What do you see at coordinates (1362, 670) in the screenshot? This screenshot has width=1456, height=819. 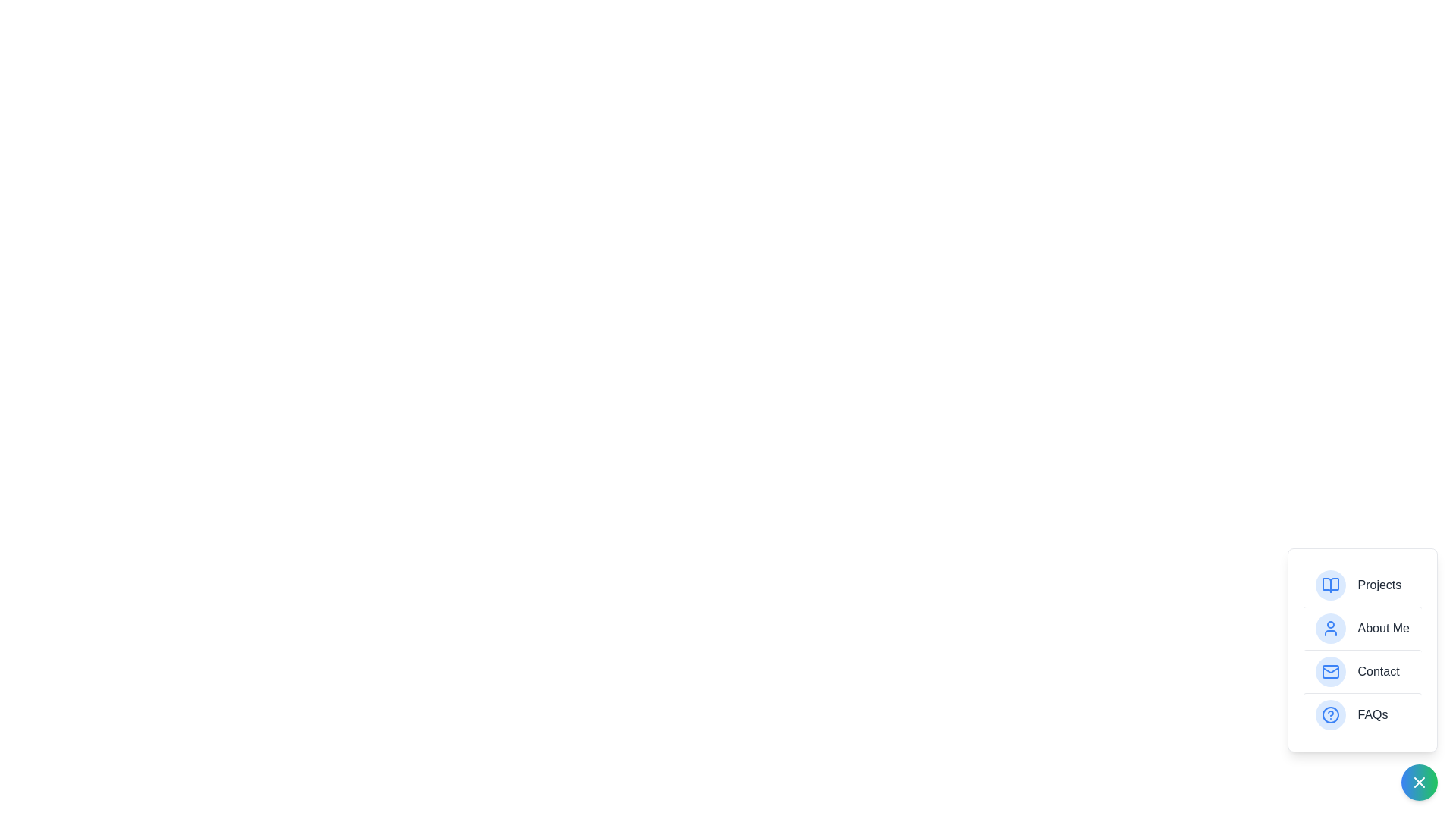 I see `the item labeled Contact to highlight it` at bounding box center [1362, 670].